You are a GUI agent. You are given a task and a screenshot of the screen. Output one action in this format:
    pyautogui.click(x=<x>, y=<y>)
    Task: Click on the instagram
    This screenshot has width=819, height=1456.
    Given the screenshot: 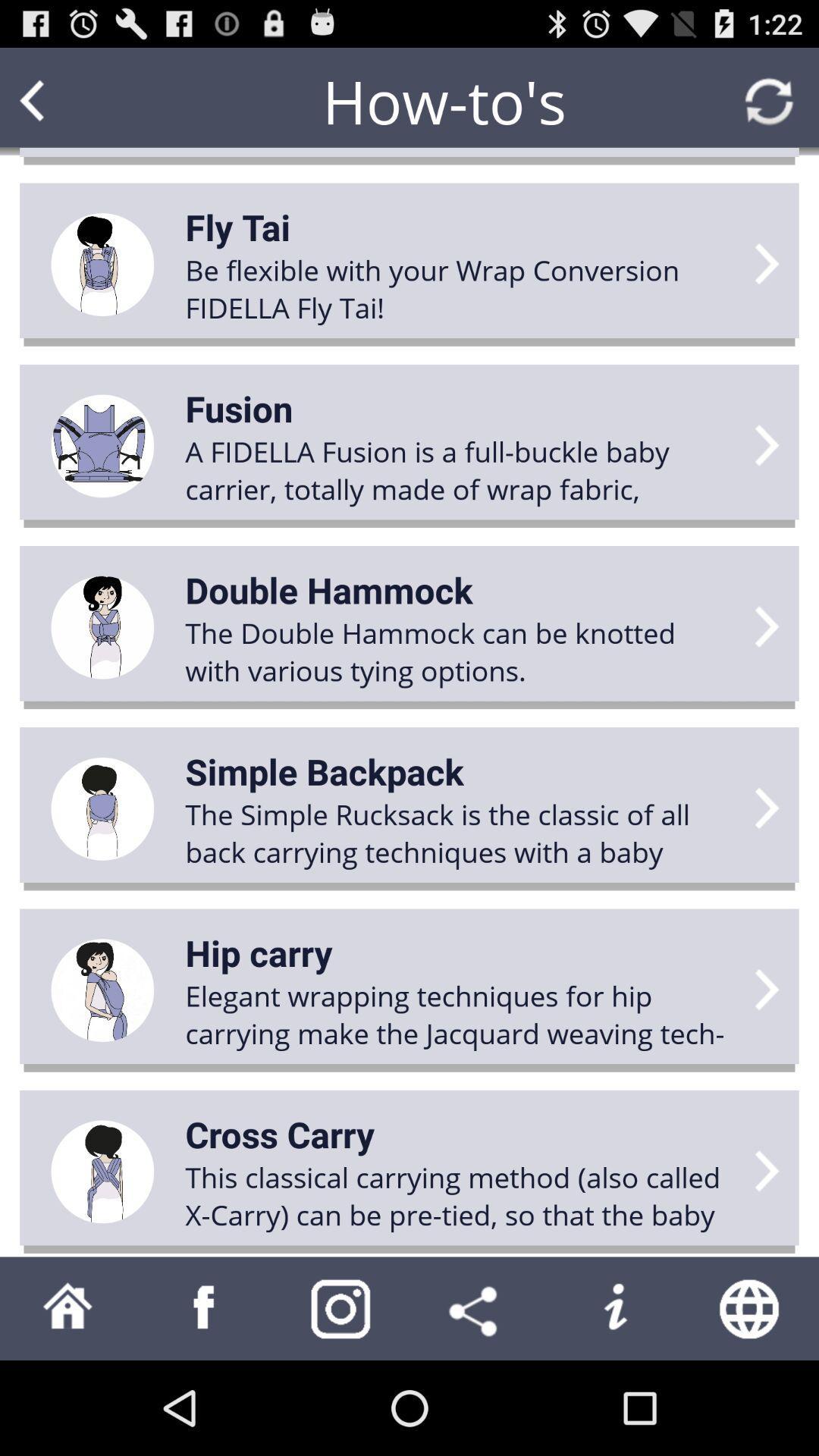 What is the action you would take?
    pyautogui.click(x=341, y=1307)
    